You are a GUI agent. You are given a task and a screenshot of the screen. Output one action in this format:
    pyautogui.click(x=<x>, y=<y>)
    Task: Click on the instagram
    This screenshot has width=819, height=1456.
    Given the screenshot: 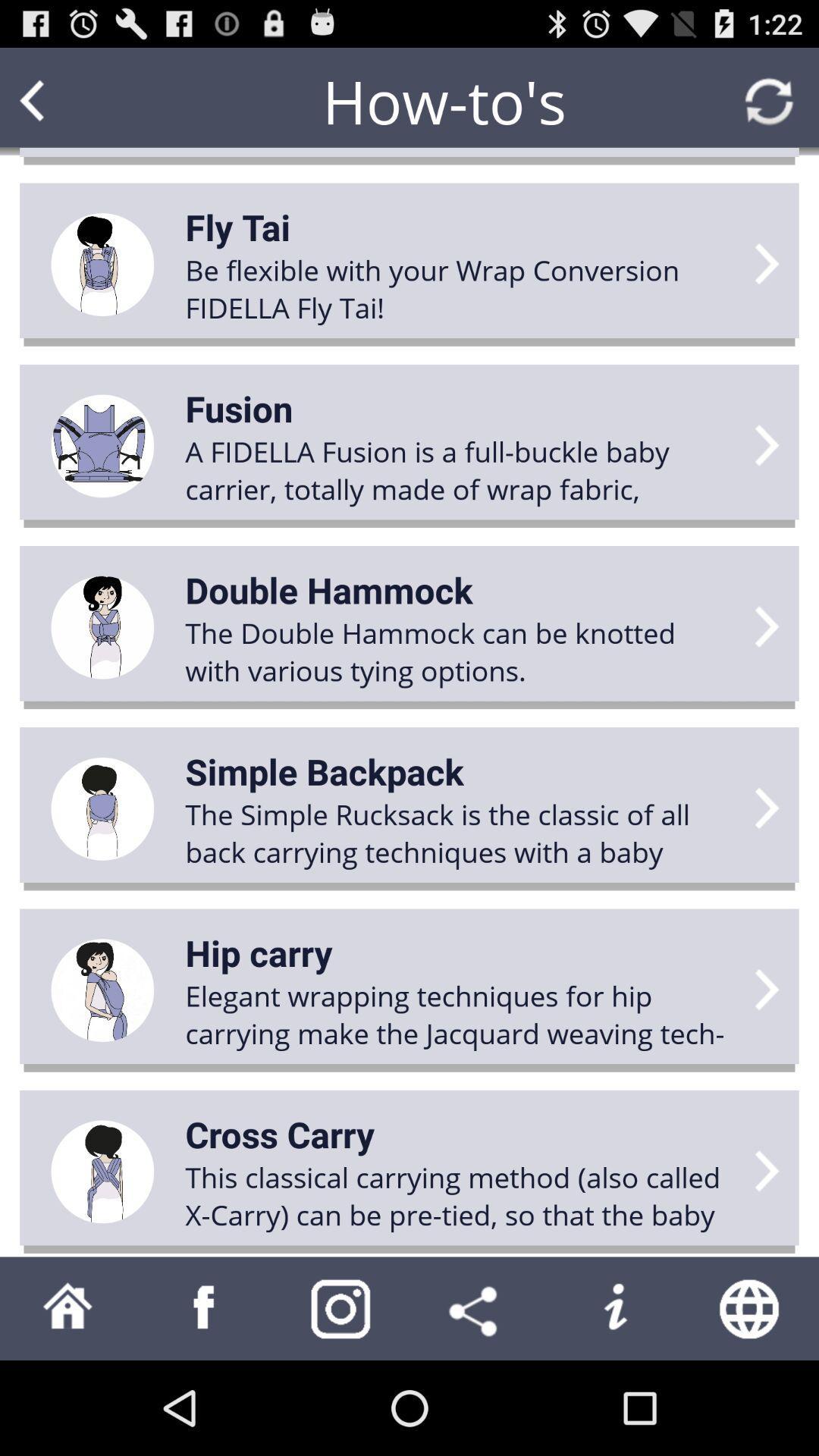 What is the action you would take?
    pyautogui.click(x=341, y=1307)
    